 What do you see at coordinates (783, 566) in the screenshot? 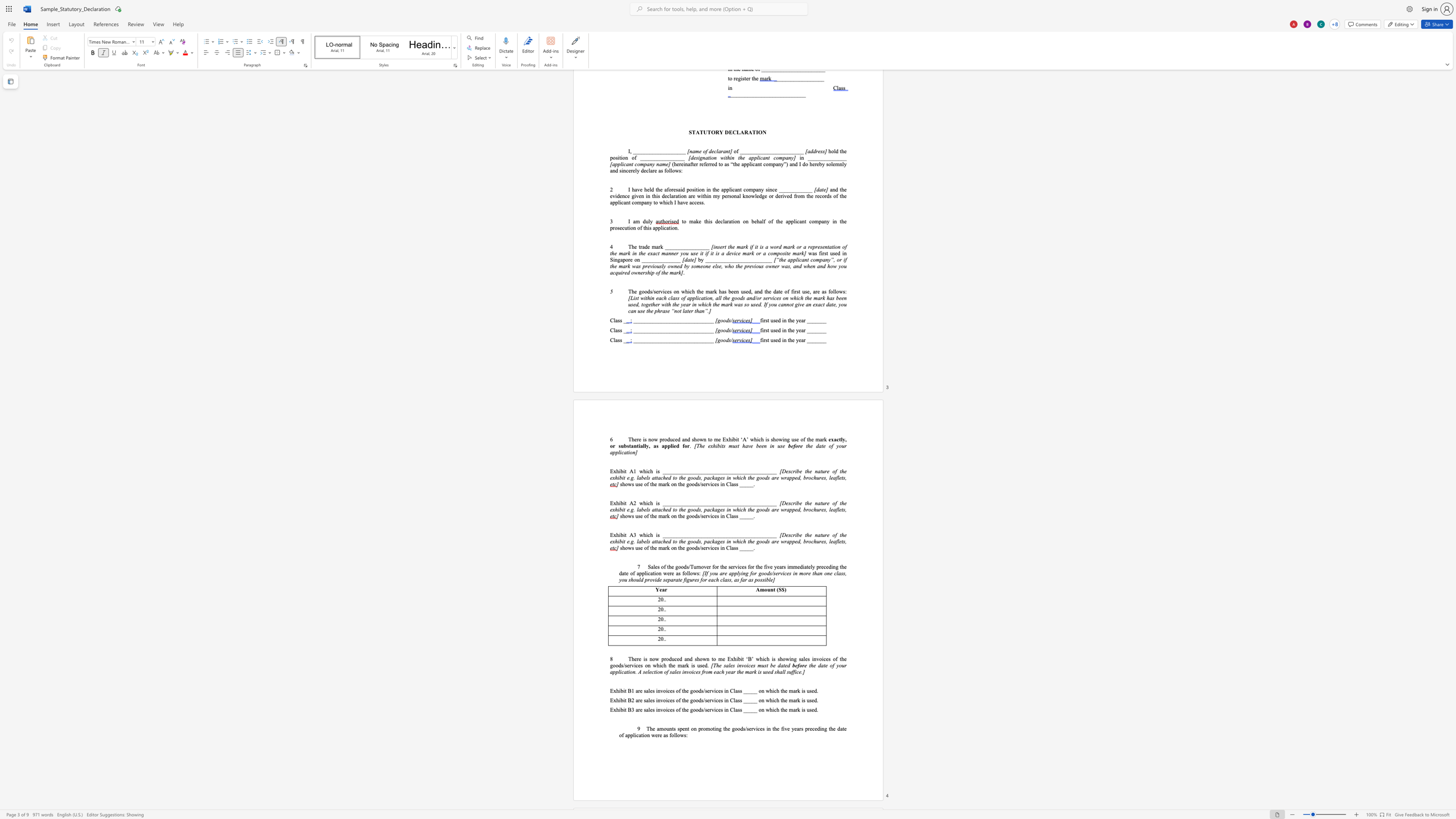
I see `the space between the continuous character "r" and "s" in the text` at bounding box center [783, 566].